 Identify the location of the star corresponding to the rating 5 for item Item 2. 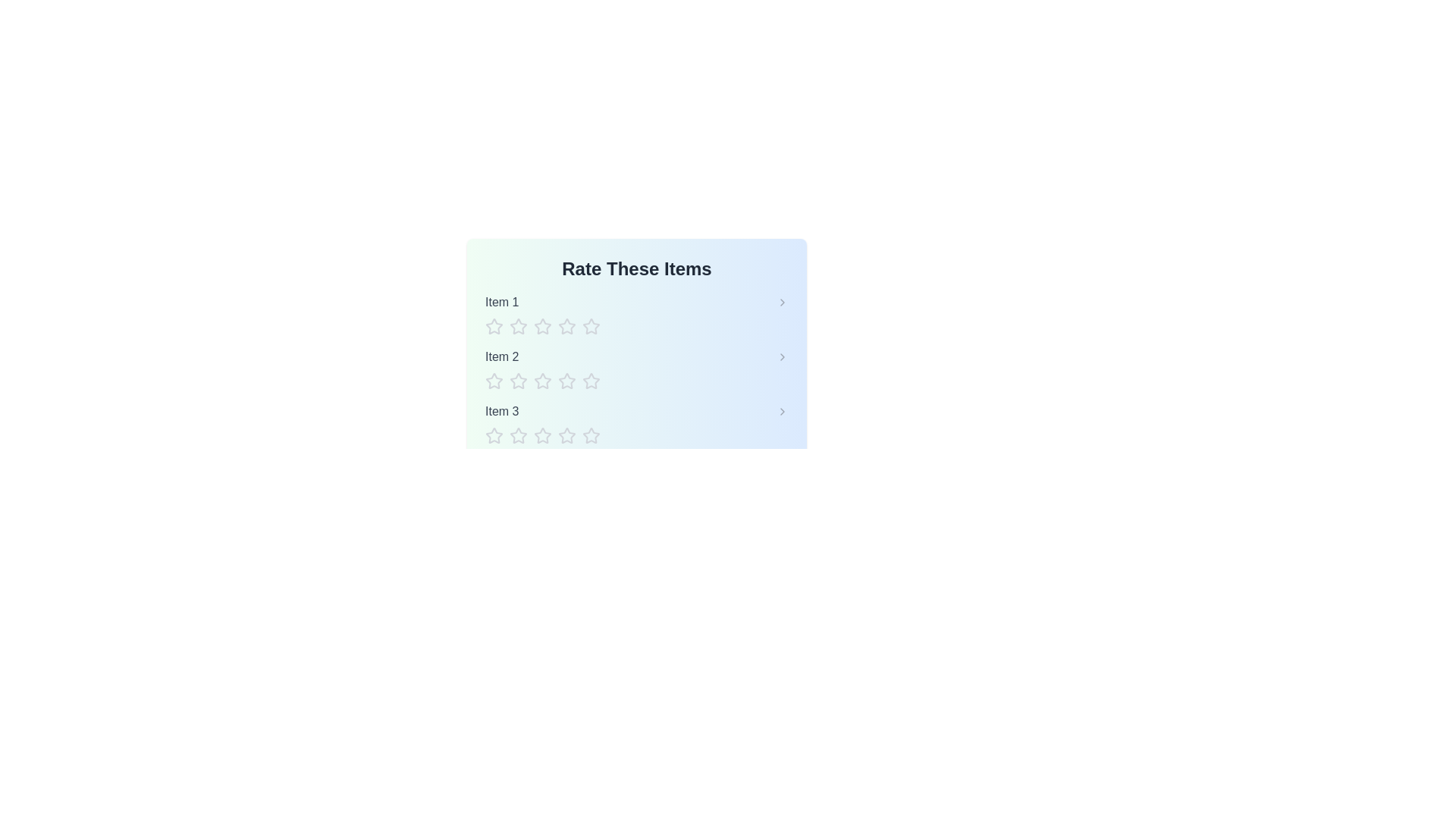
(590, 380).